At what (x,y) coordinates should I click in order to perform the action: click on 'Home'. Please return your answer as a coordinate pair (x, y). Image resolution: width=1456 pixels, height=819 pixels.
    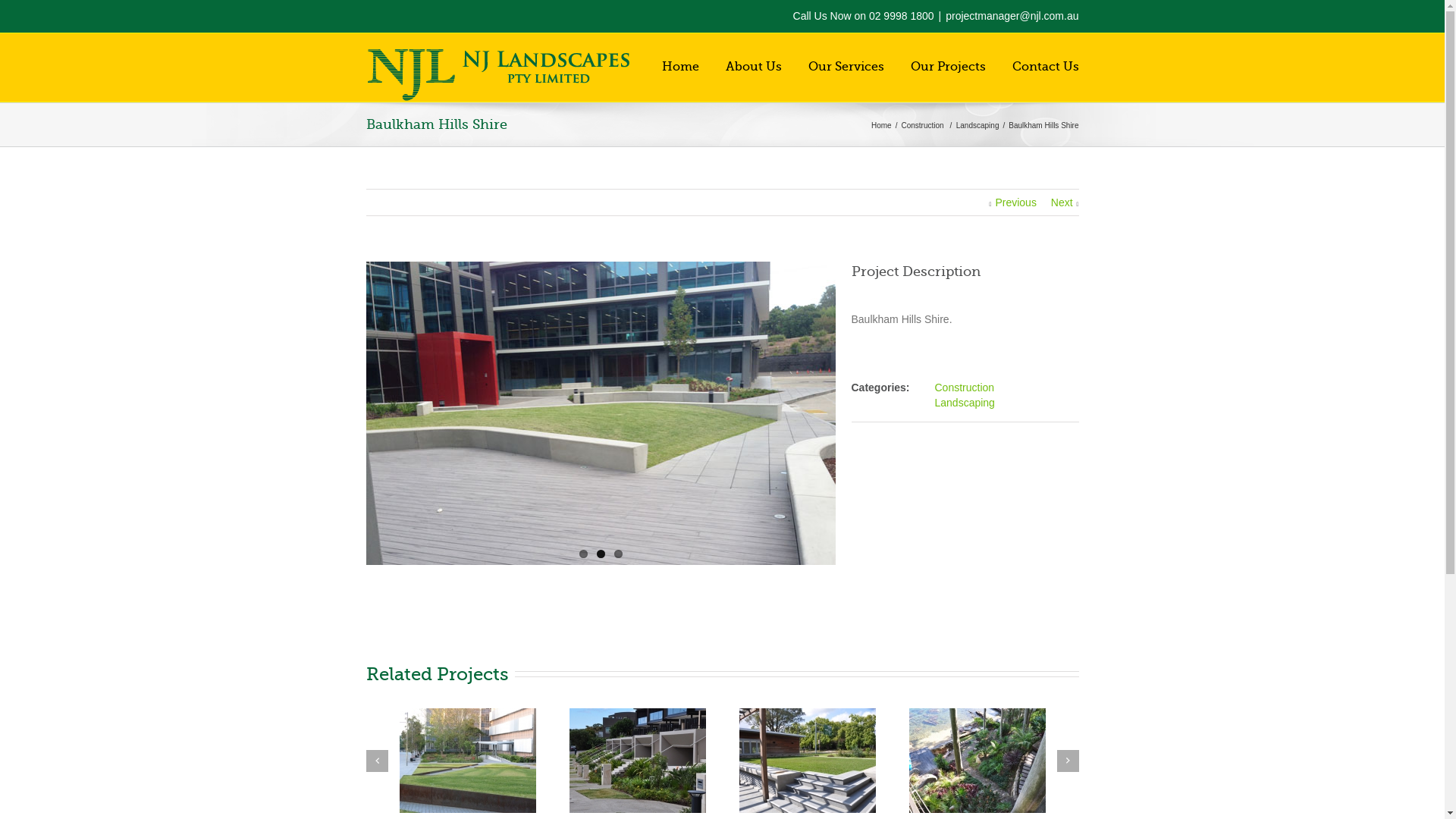
    Looking at the image, I should click on (661, 65).